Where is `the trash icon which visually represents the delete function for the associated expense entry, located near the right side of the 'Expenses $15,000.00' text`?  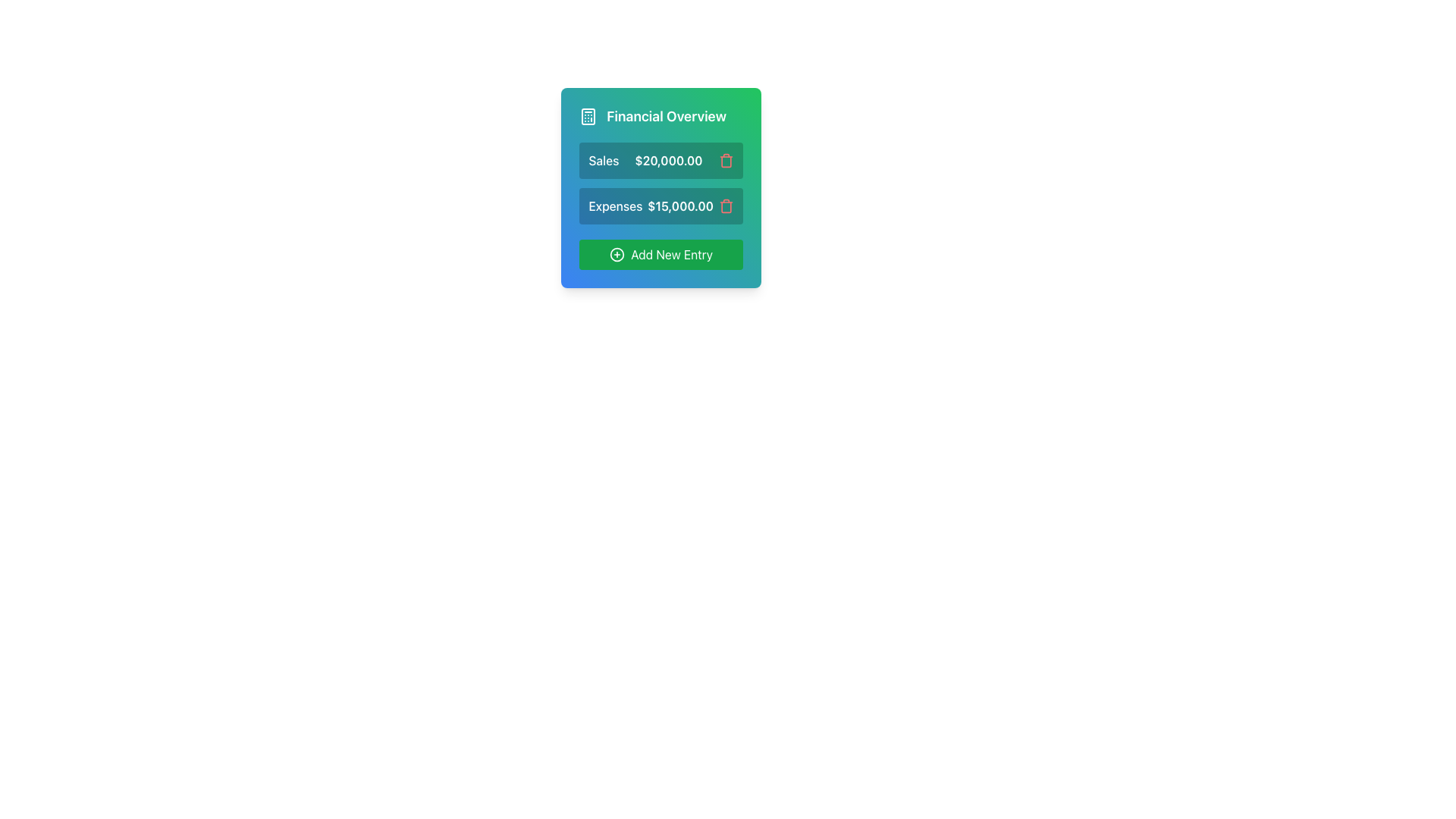
the trash icon which visually represents the delete function for the associated expense entry, located near the right side of the 'Expenses $15,000.00' text is located at coordinates (725, 207).